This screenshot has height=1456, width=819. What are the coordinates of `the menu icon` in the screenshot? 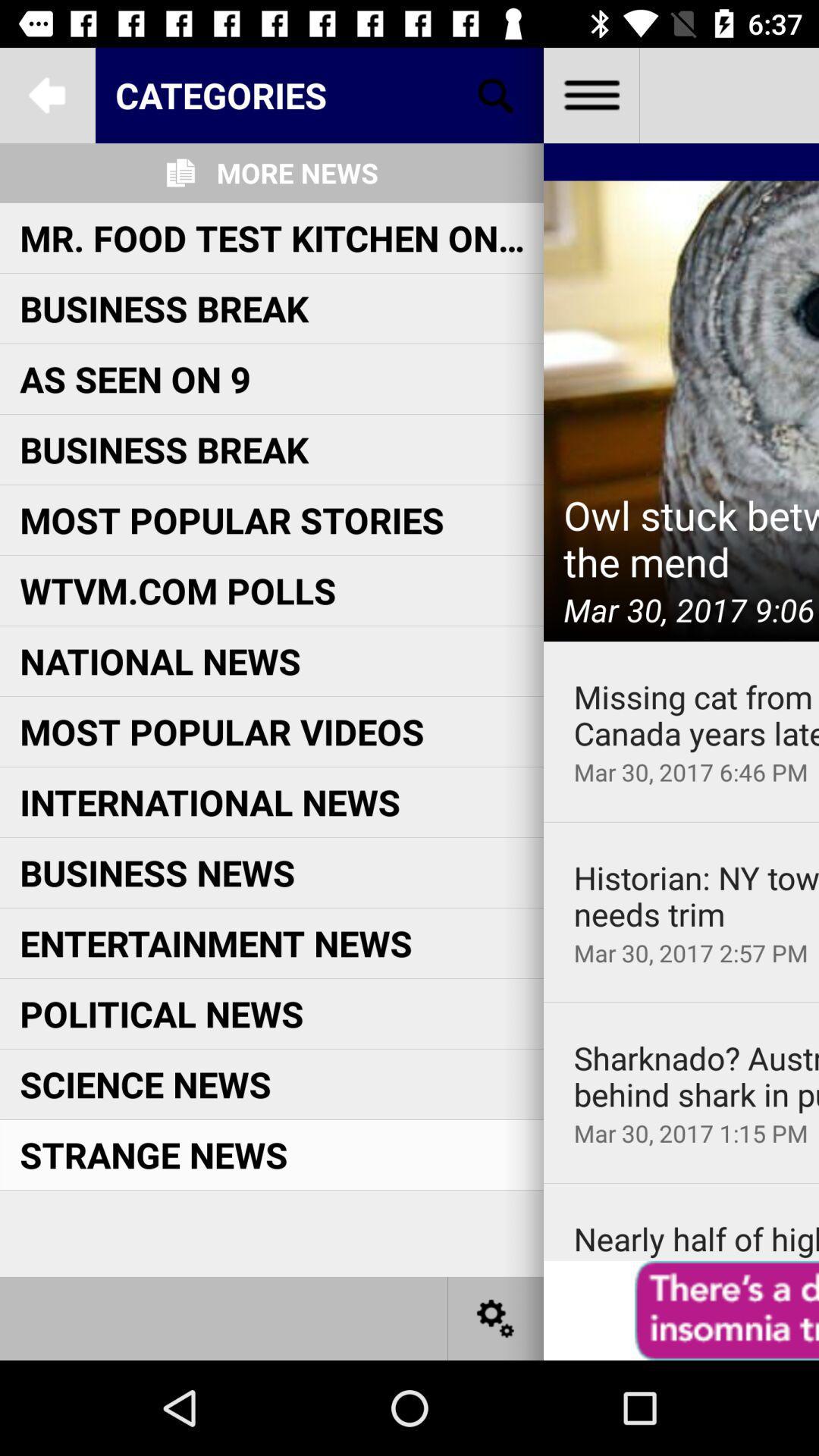 It's located at (590, 94).